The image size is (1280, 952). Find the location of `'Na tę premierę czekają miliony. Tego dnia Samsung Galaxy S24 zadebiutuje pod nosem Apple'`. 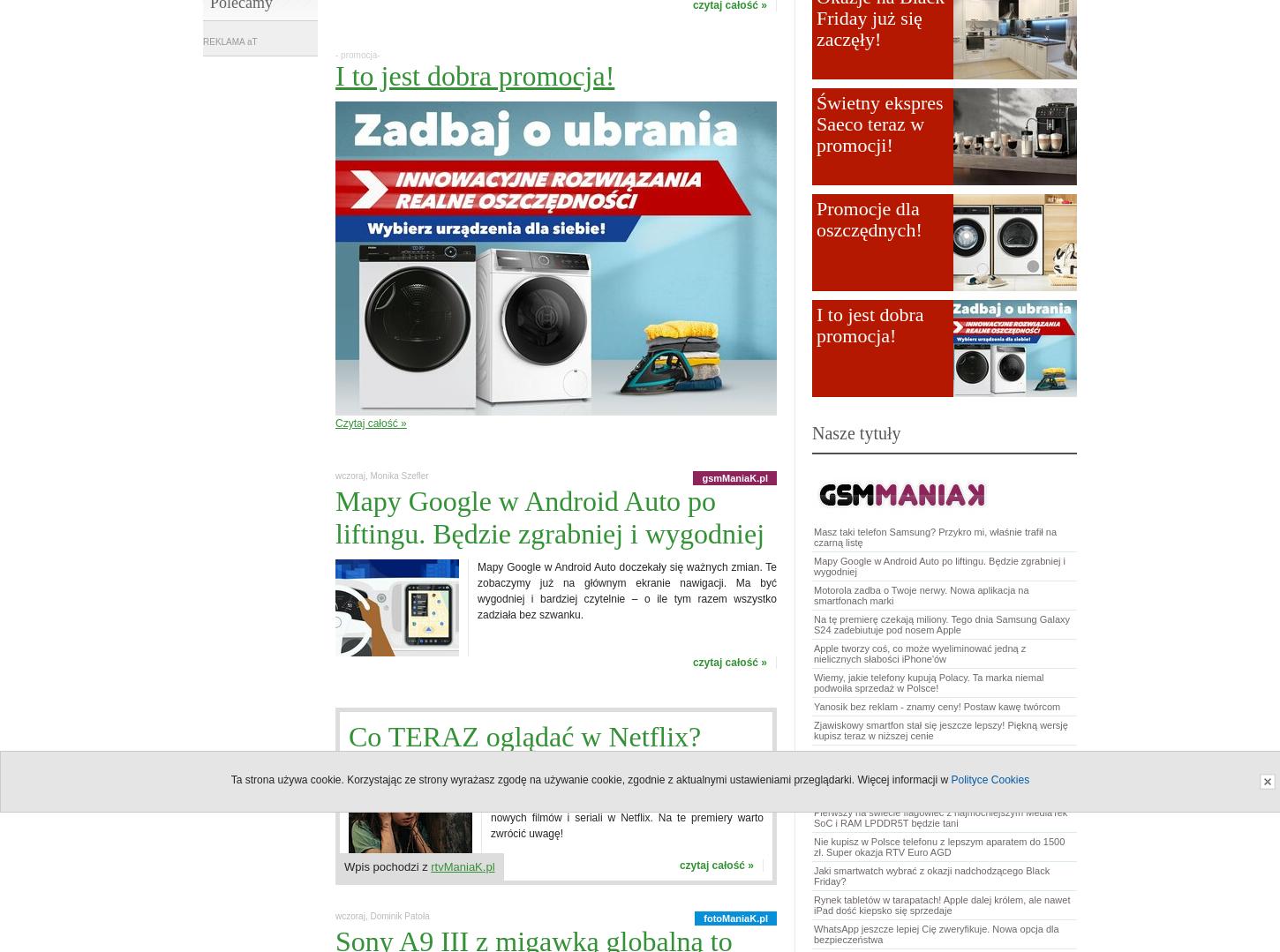

'Na tę premierę czekają miliony. Tego dnia Samsung Galaxy S24 zadebiutuje pod nosem Apple' is located at coordinates (942, 624).